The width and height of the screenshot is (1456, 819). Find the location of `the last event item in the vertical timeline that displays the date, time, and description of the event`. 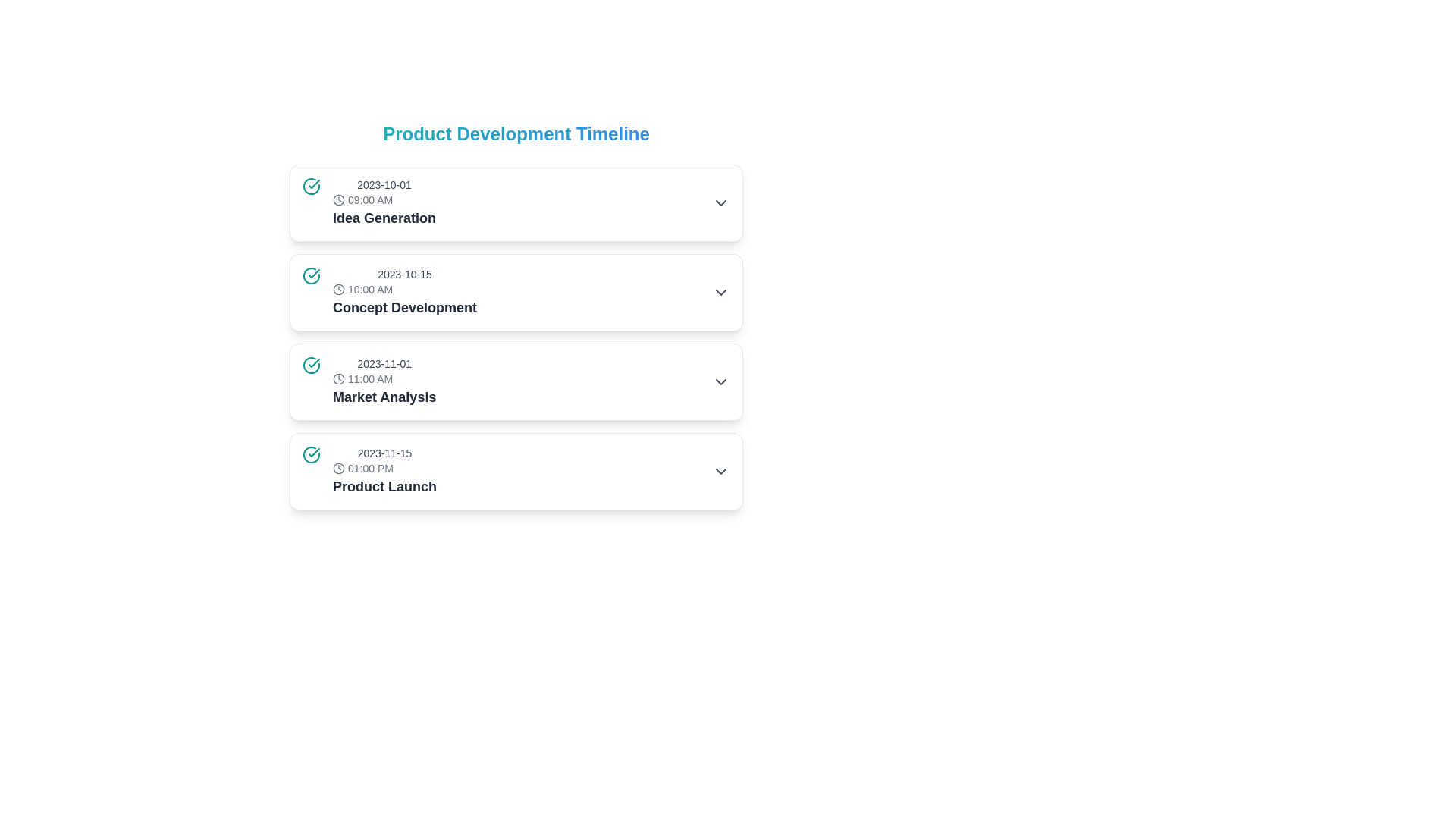

the last event item in the vertical timeline that displays the date, time, and description of the event is located at coordinates (369, 470).